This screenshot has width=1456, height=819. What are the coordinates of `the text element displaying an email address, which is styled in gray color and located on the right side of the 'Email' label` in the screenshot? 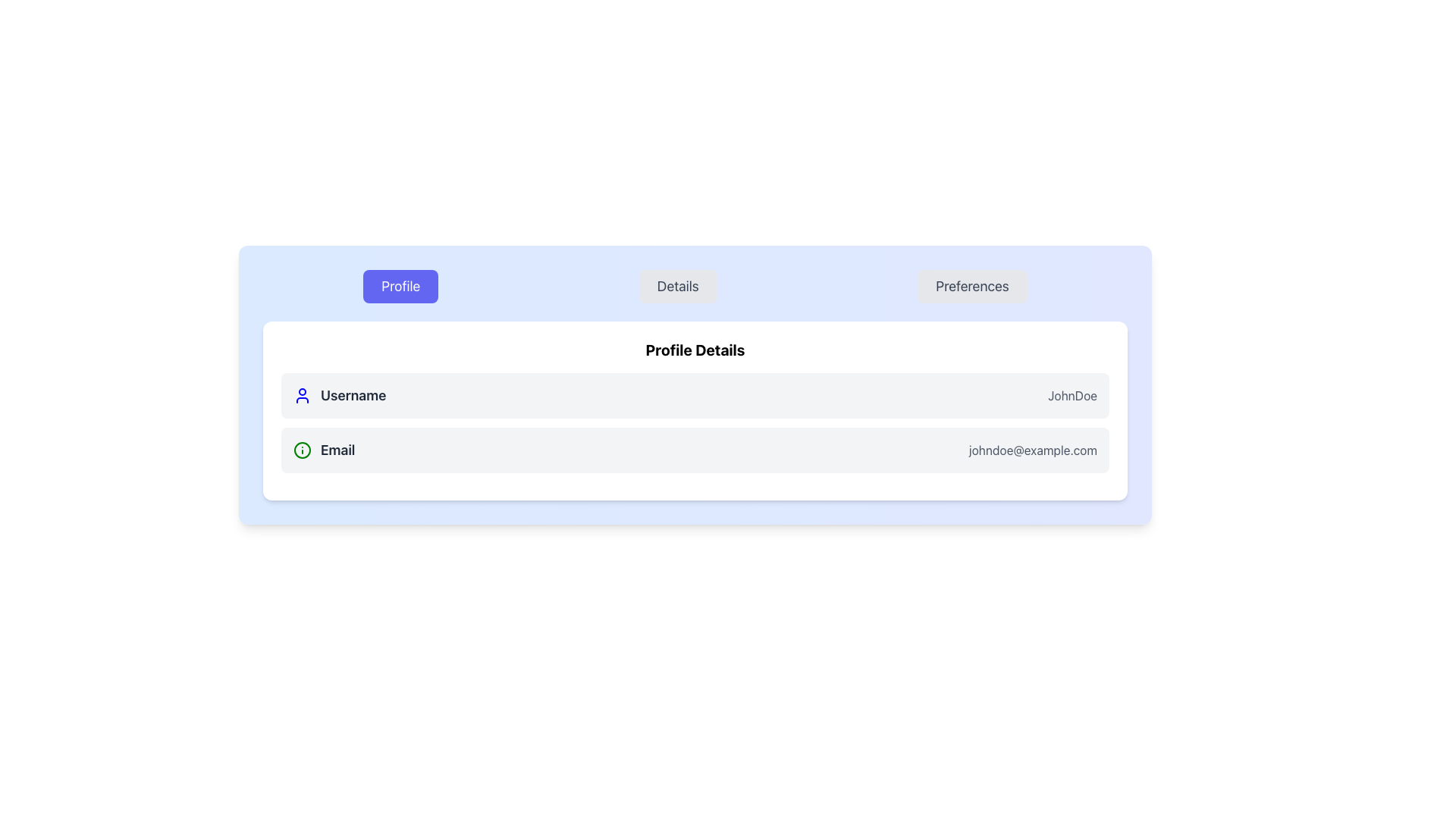 It's located at (1032, 450).